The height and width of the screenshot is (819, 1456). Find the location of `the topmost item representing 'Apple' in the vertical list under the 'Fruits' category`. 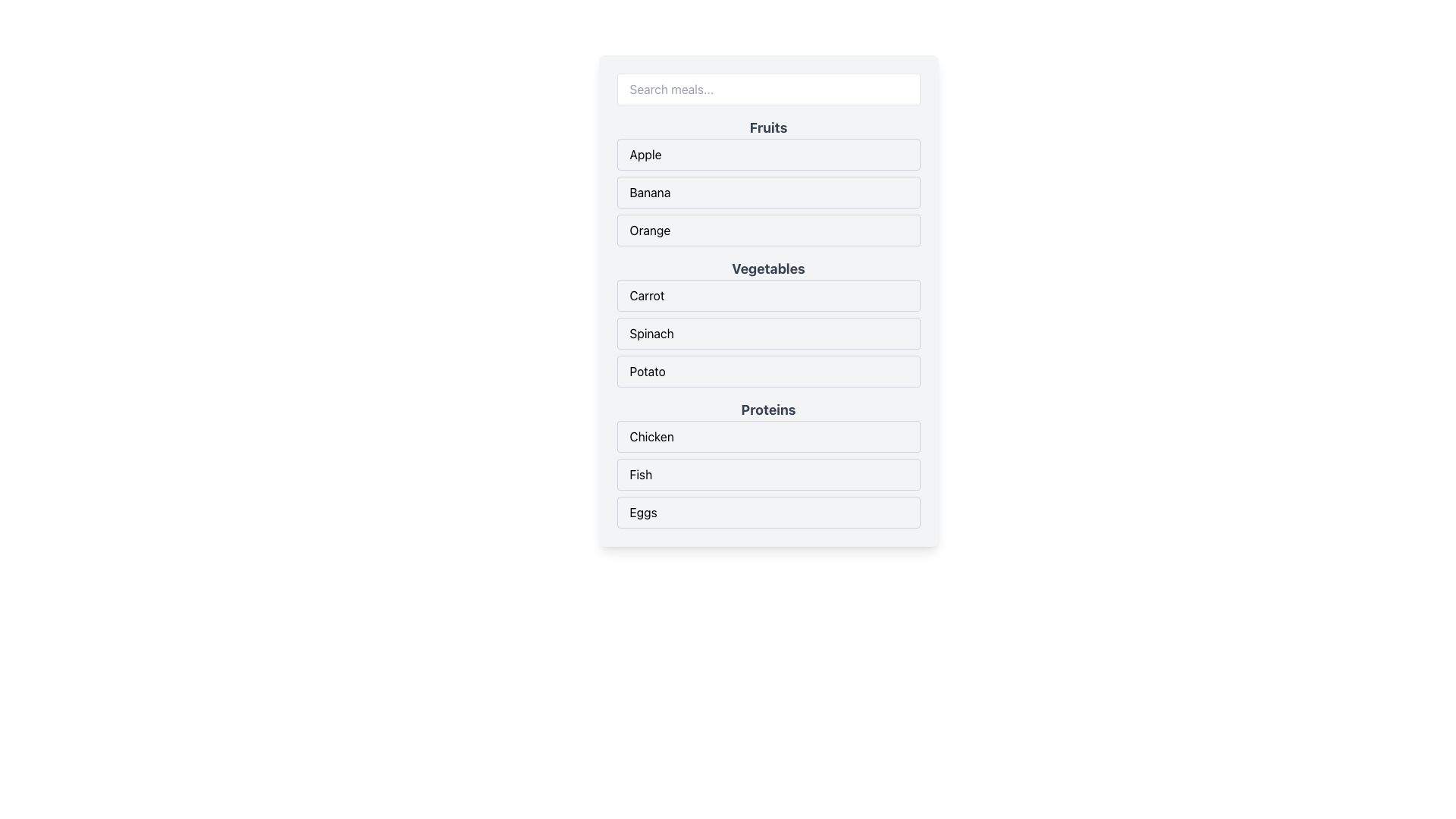

the topmost item representing 'Apple' in the vertical list under the 'Fruits' category is located at coordinates (768, 155).